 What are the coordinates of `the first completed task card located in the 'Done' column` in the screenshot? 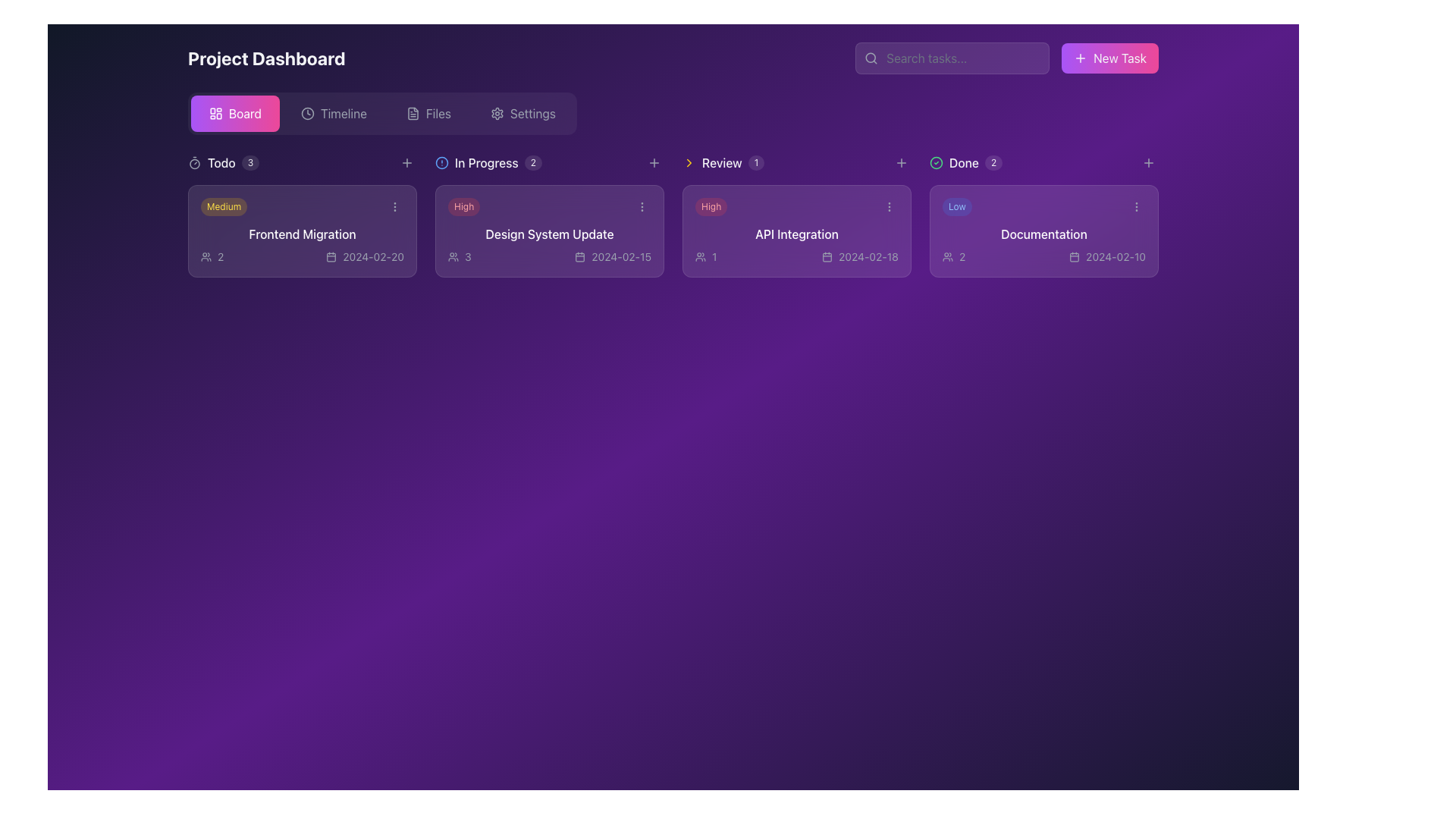 It's located at (1043, 215).